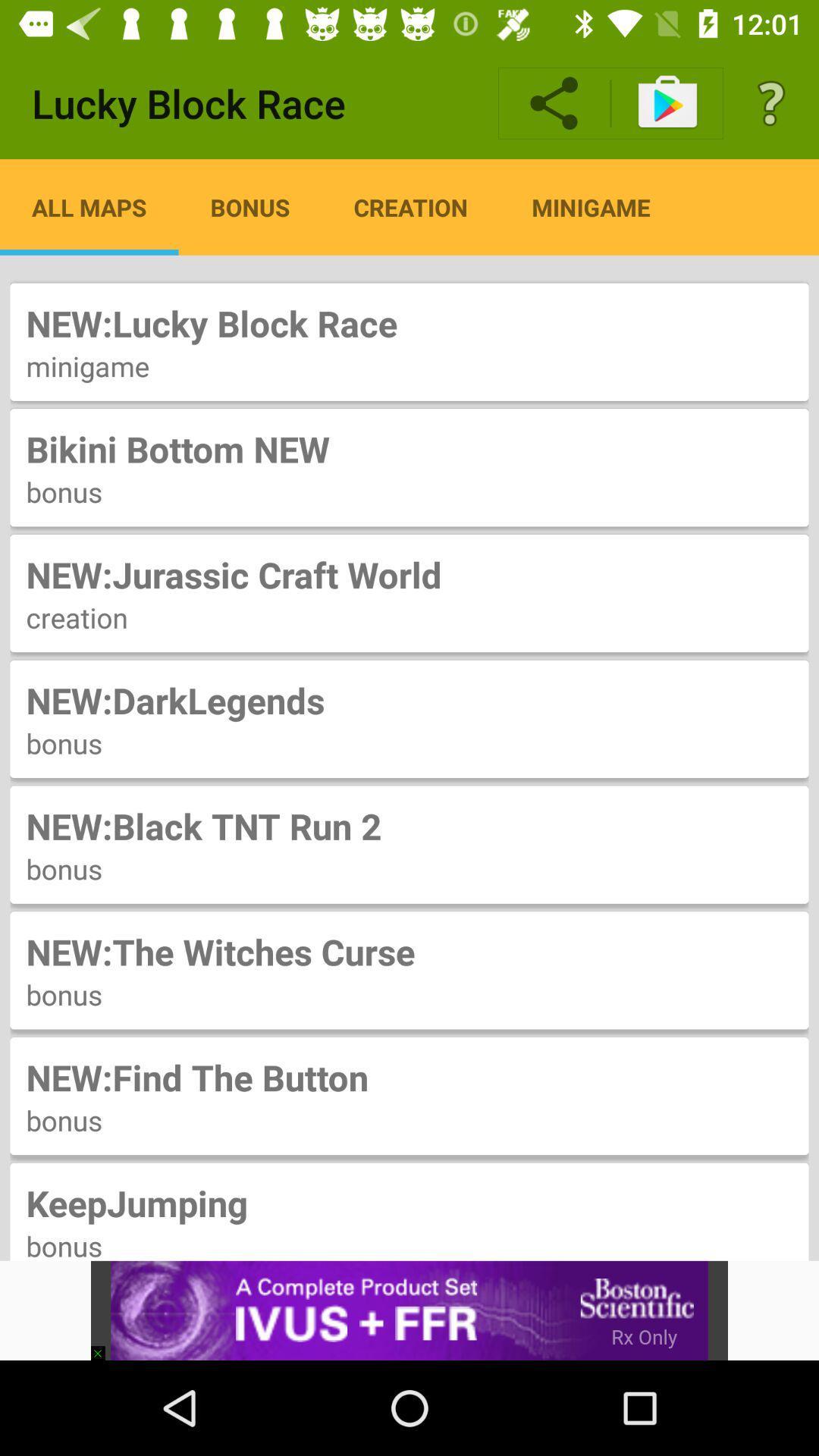 The height and width of the screenshot is (1456, 819). What do you see at coordinates (409, 1202) in the screenshot?
I see `the keepjumping item` at bounding box center [409, 1202].